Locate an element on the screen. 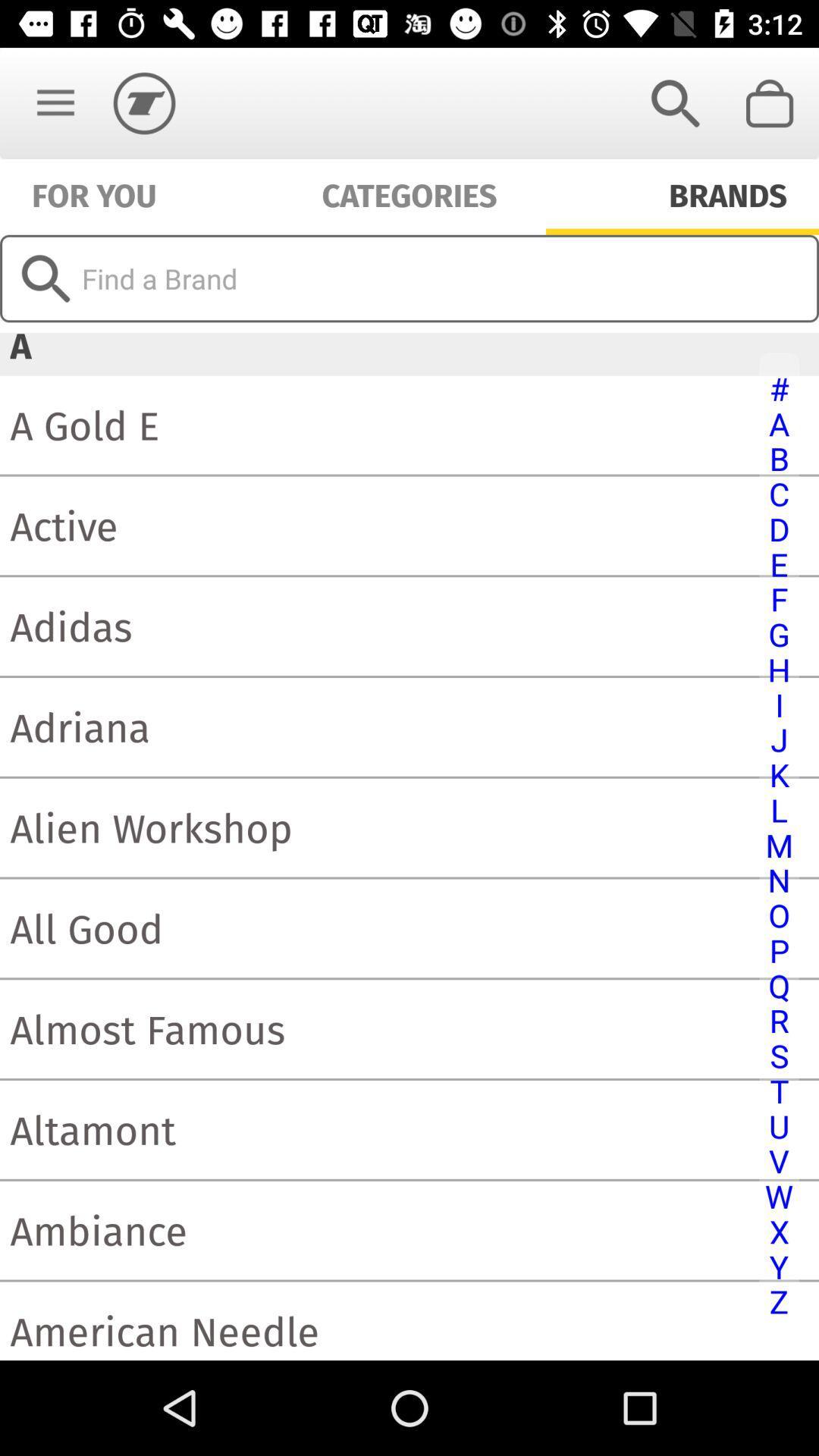 The image size is (819, 1456). search for brand is located at coordinates (409, 278).